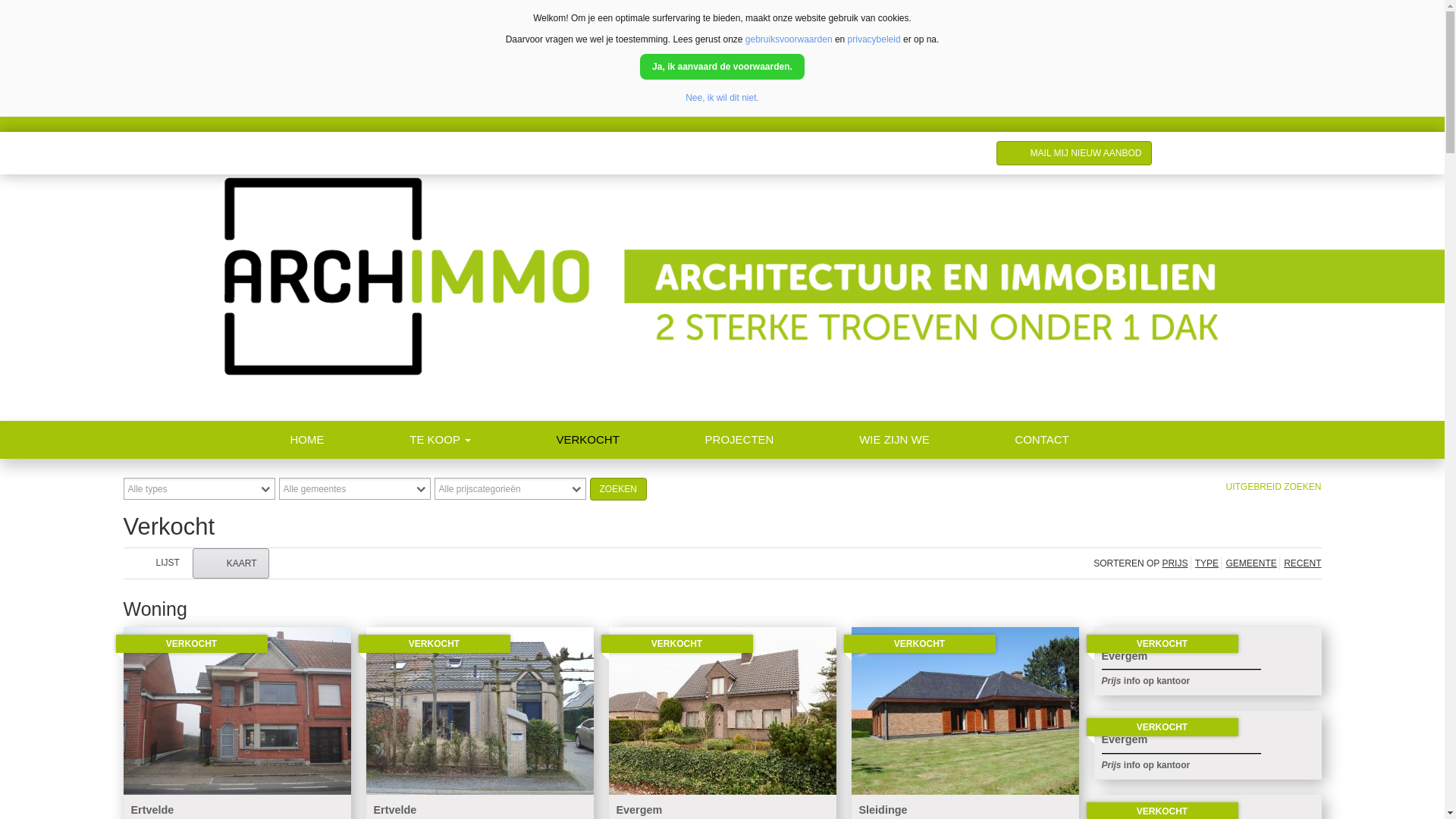 This screenshot has width=1456, height=819. I want to click on 'RECENT', so click(1299, 563).